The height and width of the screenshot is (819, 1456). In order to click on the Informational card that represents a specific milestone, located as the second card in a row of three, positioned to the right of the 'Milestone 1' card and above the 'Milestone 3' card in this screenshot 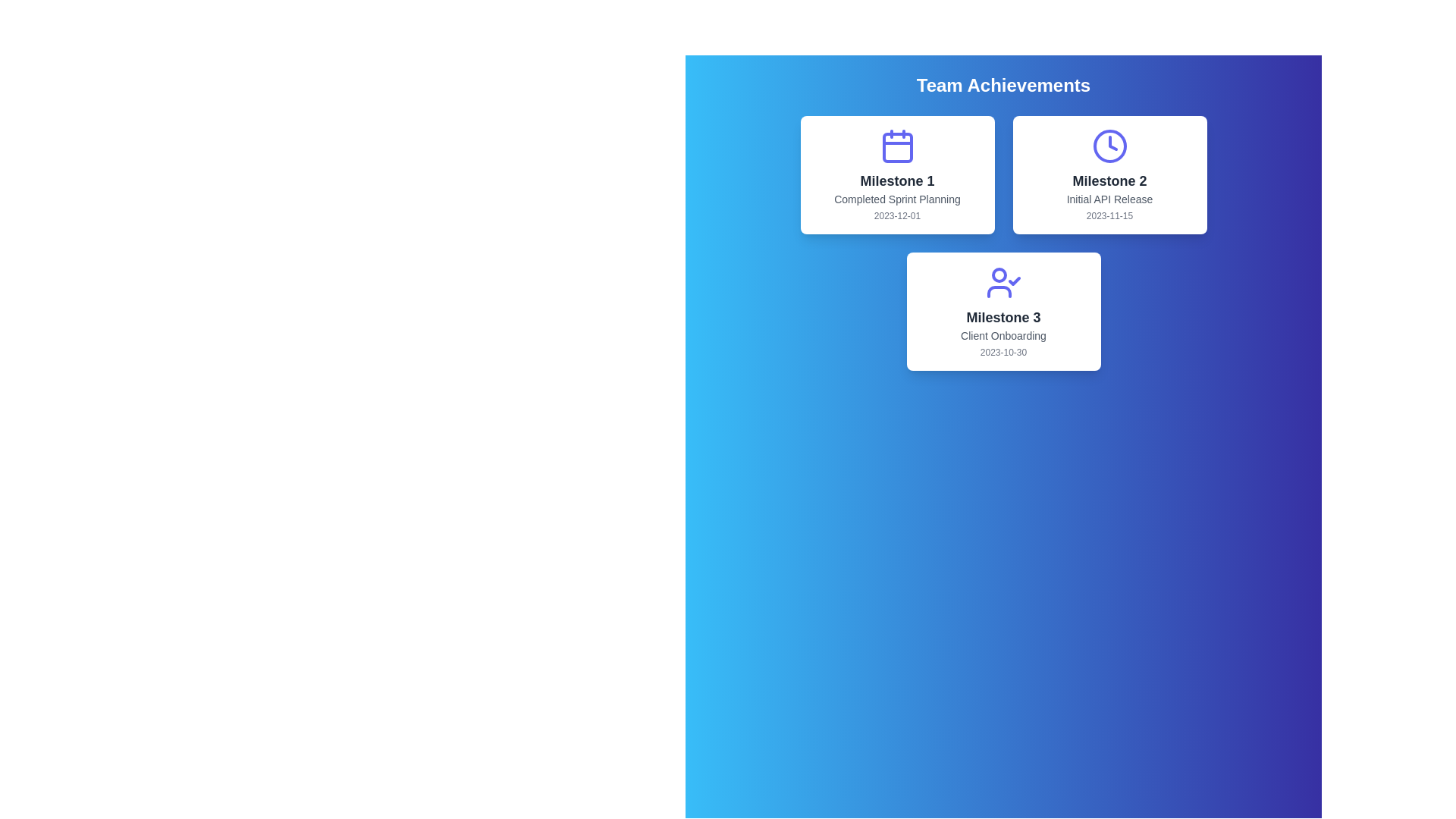, I will do `click(1109, 174)`.